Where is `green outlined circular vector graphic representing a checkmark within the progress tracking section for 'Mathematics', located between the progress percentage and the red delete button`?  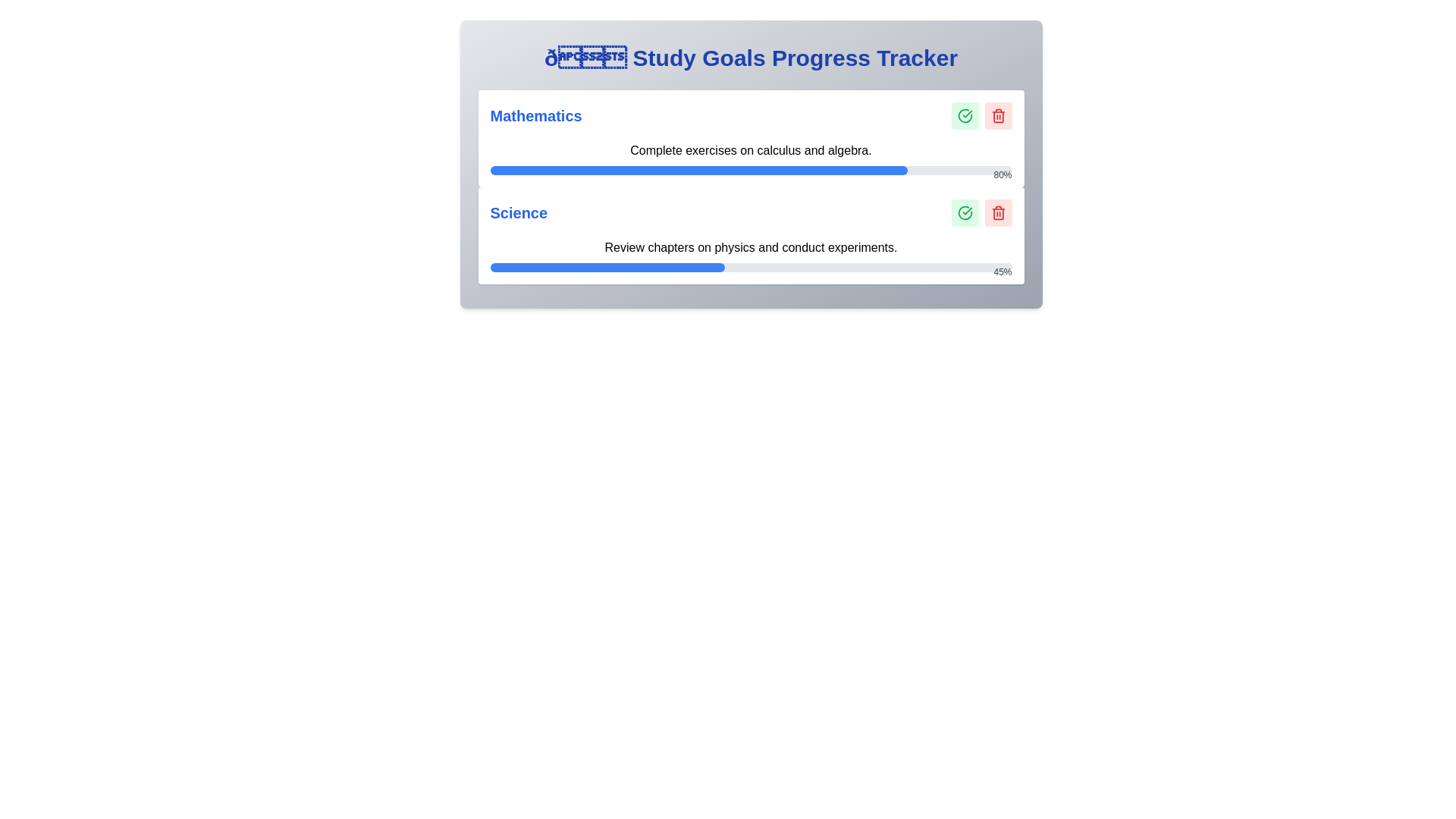 green outlined circular vector graphic representing a checkmark within the progress tracking section for 'Mathematics', located between the progress percentage and the red delete button is located at coordinates (964, 115).